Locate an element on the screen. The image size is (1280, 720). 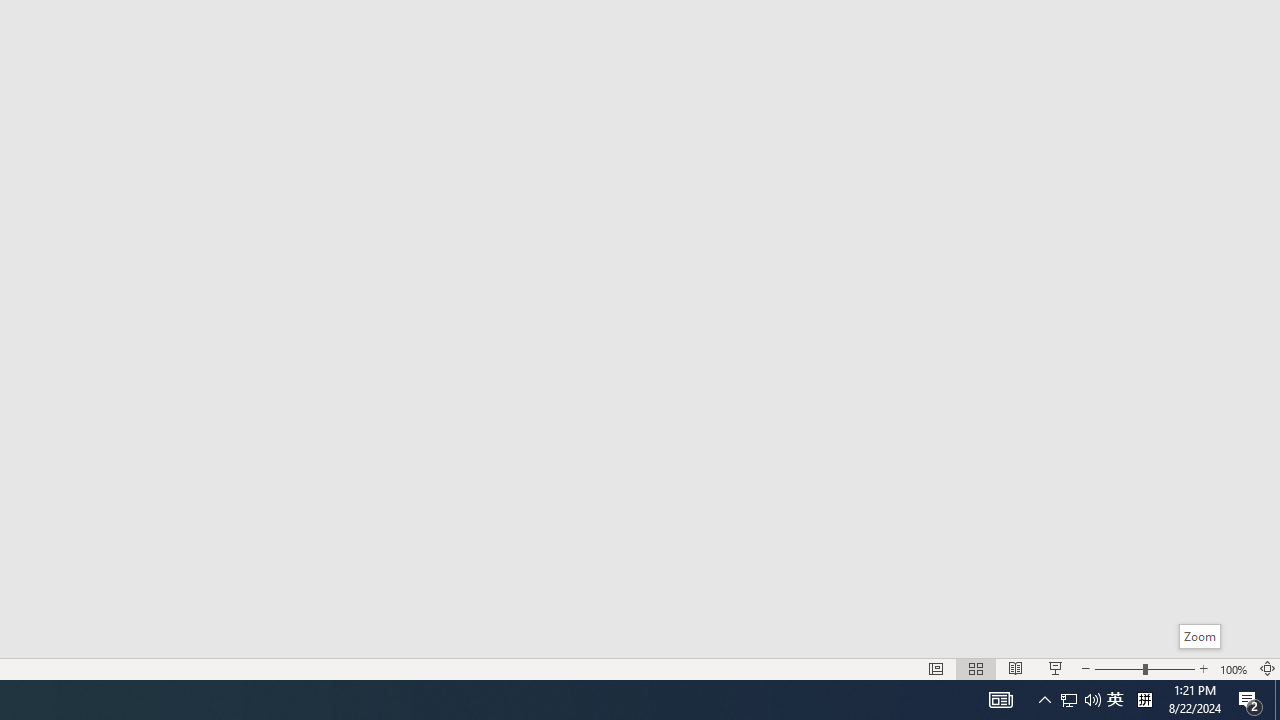
'Zoom 100%' is located at coordinates (1233, 669).